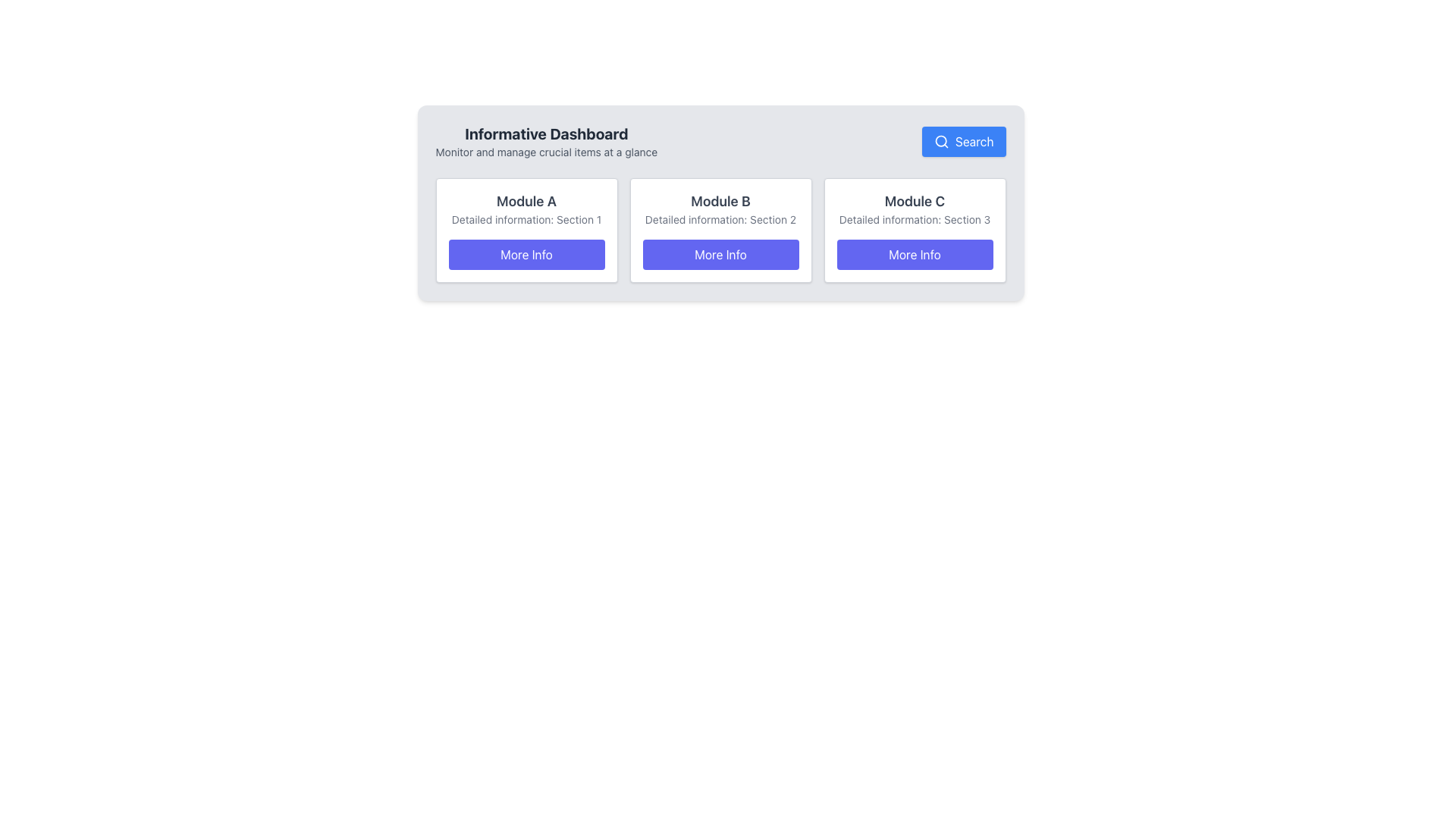 The width and height of the screenshot is (1456, 819). Describe the element at coordinates (720, 253) in the screenshot. I see `the button that triggers additional information about 'Module B', located below the description text in the central module column` at that location.